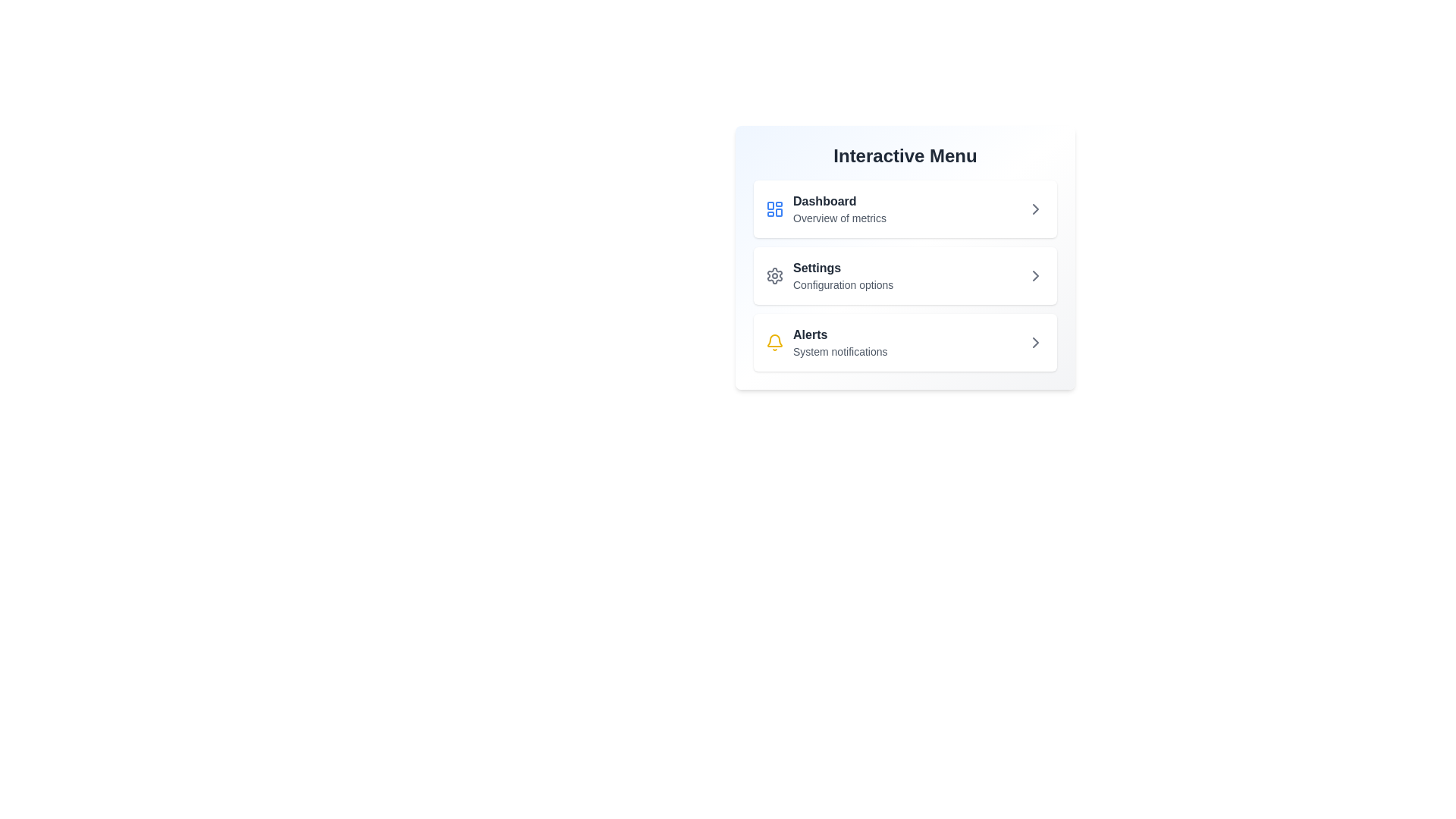 The width and height of the screenshot is (1456, 819). I want to click on the second item in the vertical list titled 'Interactive Menu', so click(905, 275).